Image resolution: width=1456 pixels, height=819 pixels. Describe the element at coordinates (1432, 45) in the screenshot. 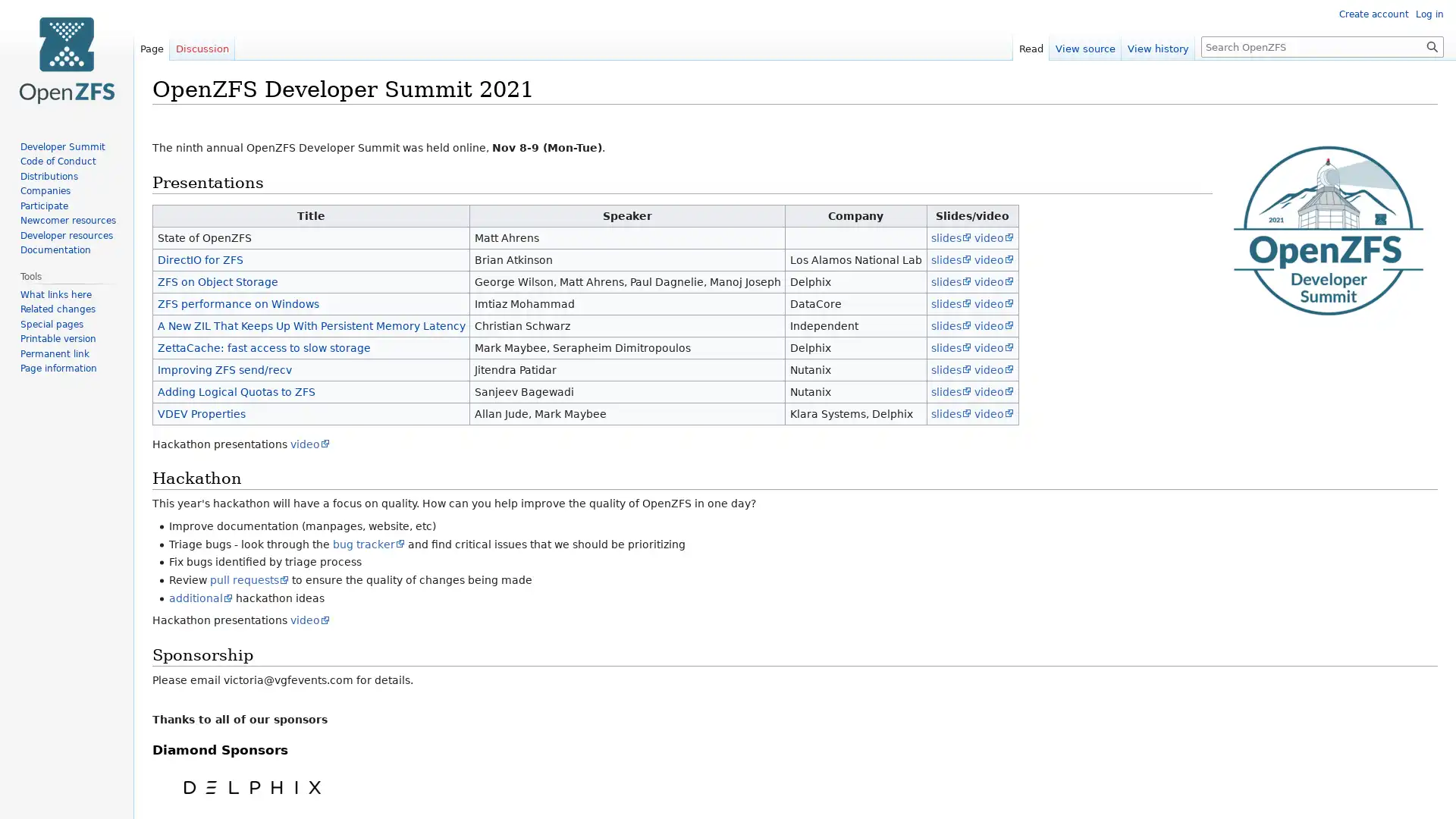

I see `Search` at that location.